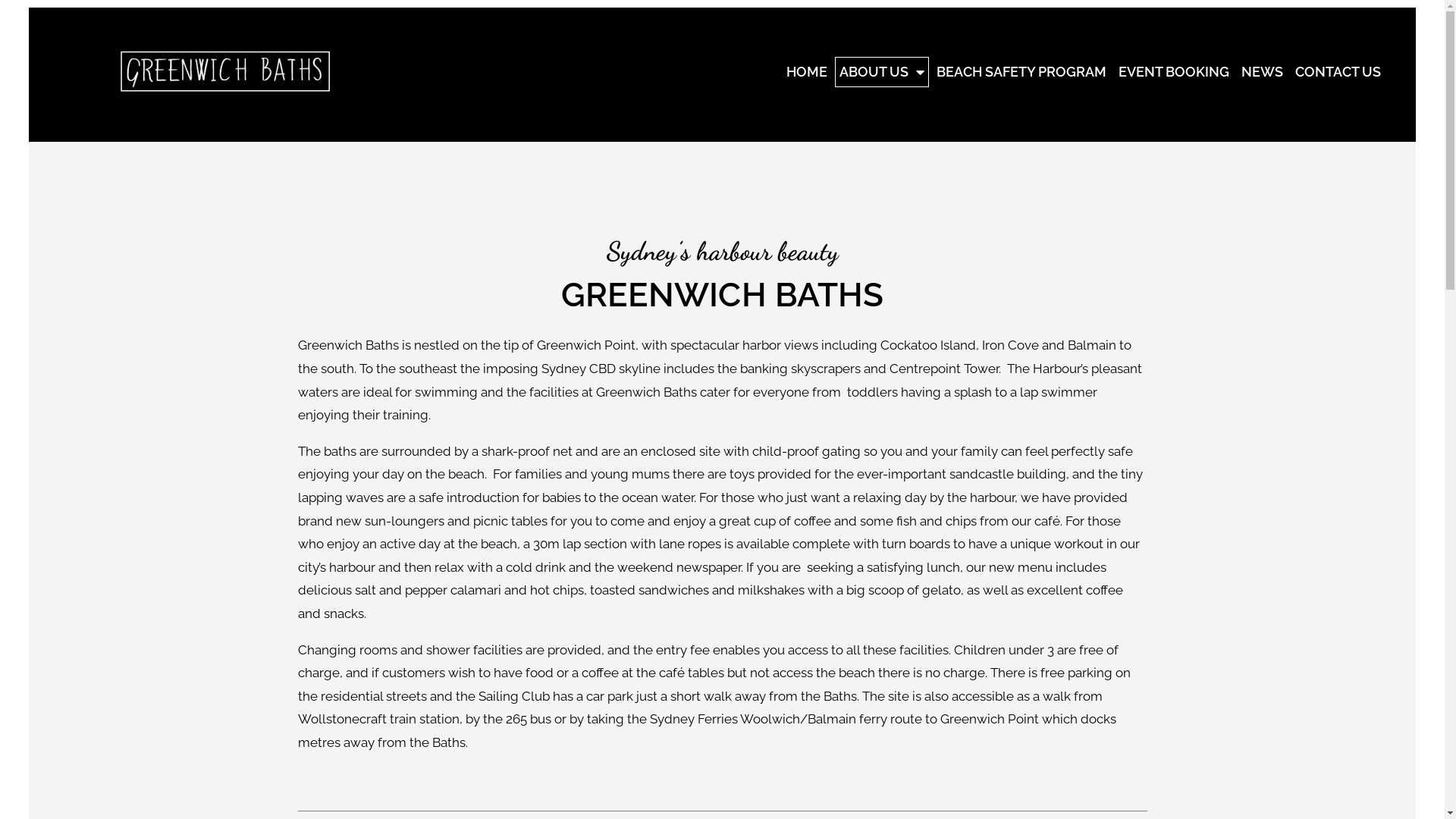 The width and height of the screenshot is (1456, 819). Describe the element at coordinates (930, 72) in the screenshot. I see `'BEACH SAFETY PROGRAM'` at that location.